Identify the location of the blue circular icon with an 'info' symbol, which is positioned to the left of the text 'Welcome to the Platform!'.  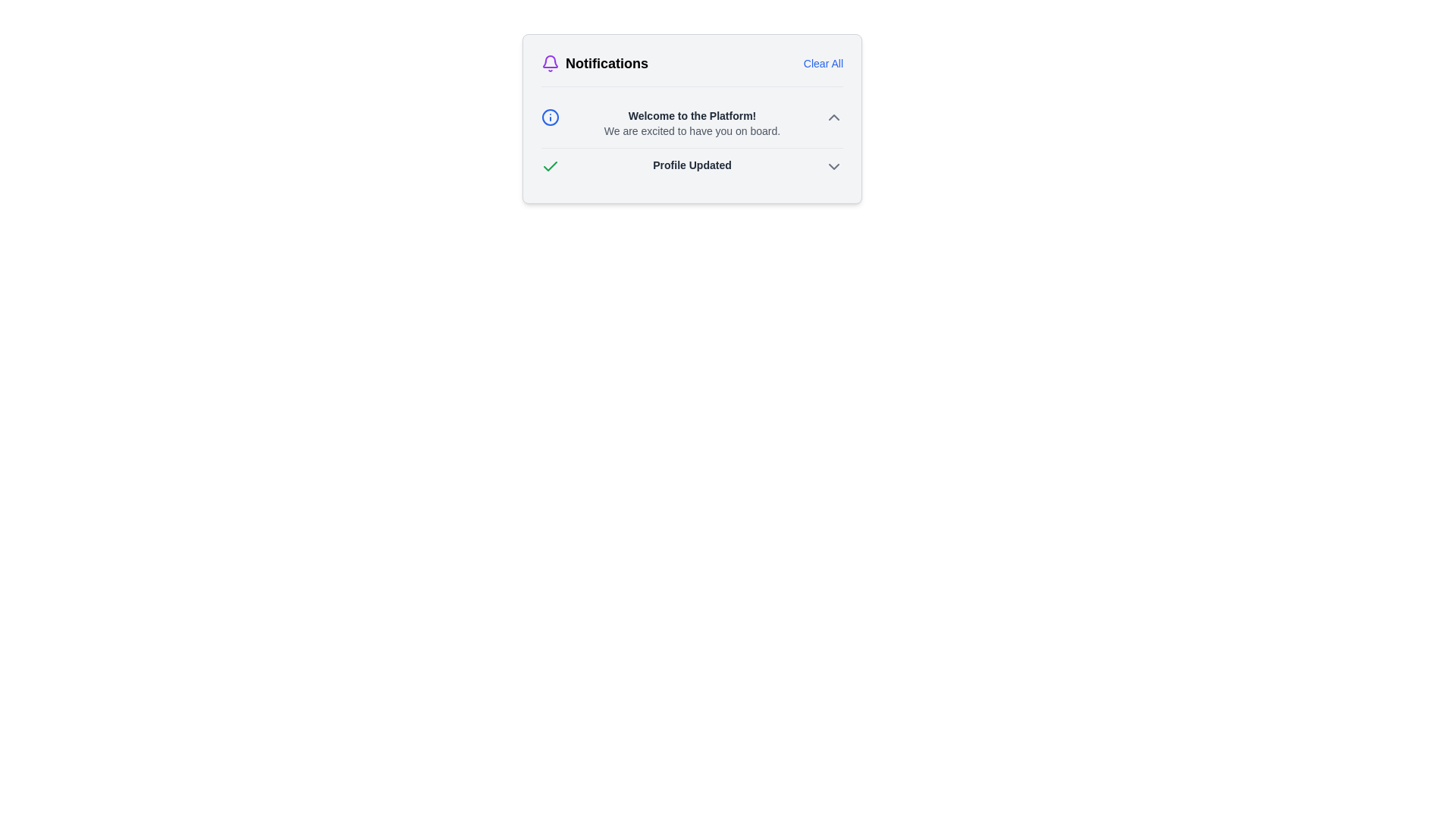
(549, 116).